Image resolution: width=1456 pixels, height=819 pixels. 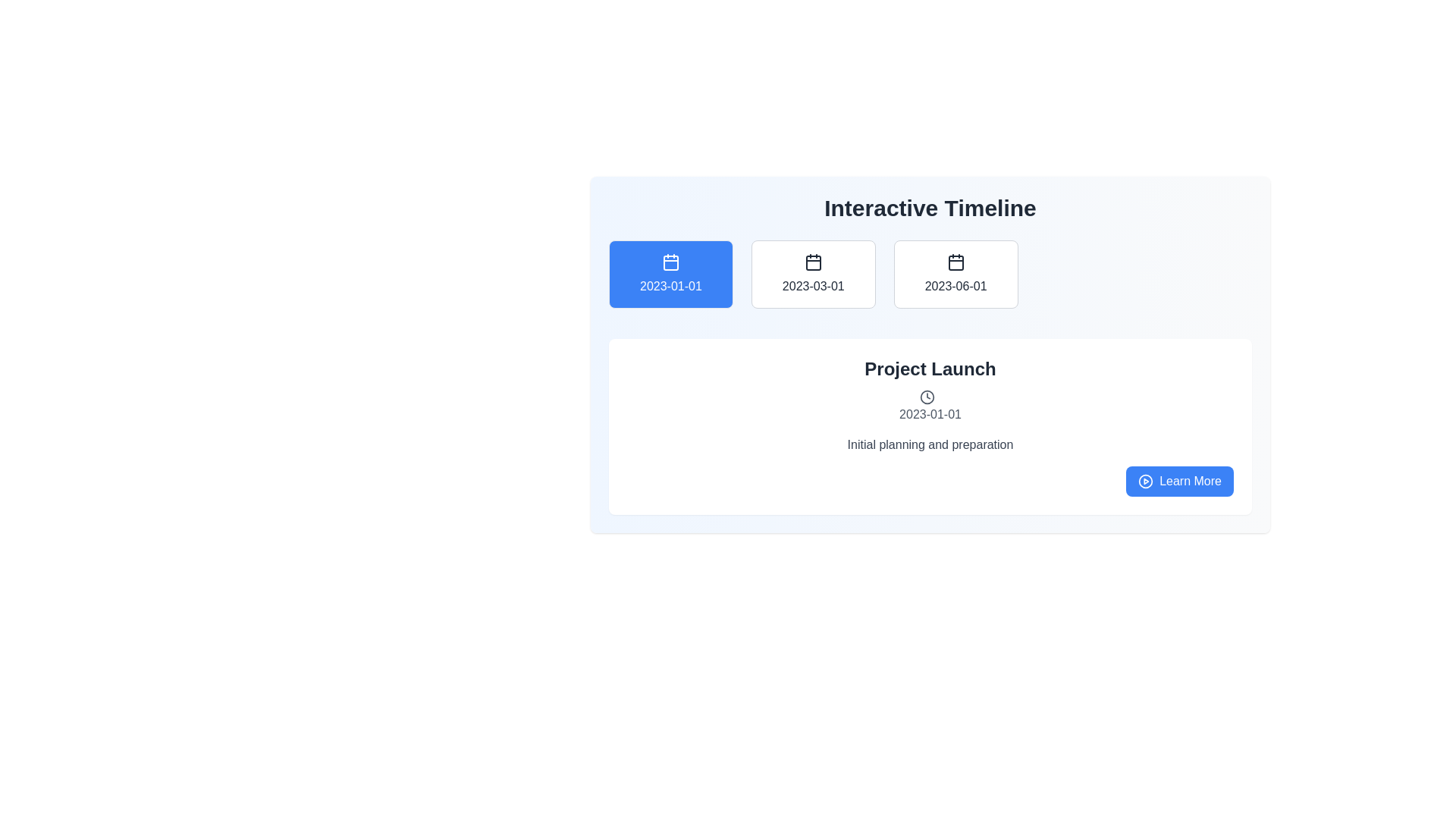 What do you see at coordinates (927, 396) in the screenshot?
I see `the SVG circle element that represents the clock face, which is styled to match the theme and is located near the 'Project Launch 2023-01-01' text` at bounding box center [927, 396].